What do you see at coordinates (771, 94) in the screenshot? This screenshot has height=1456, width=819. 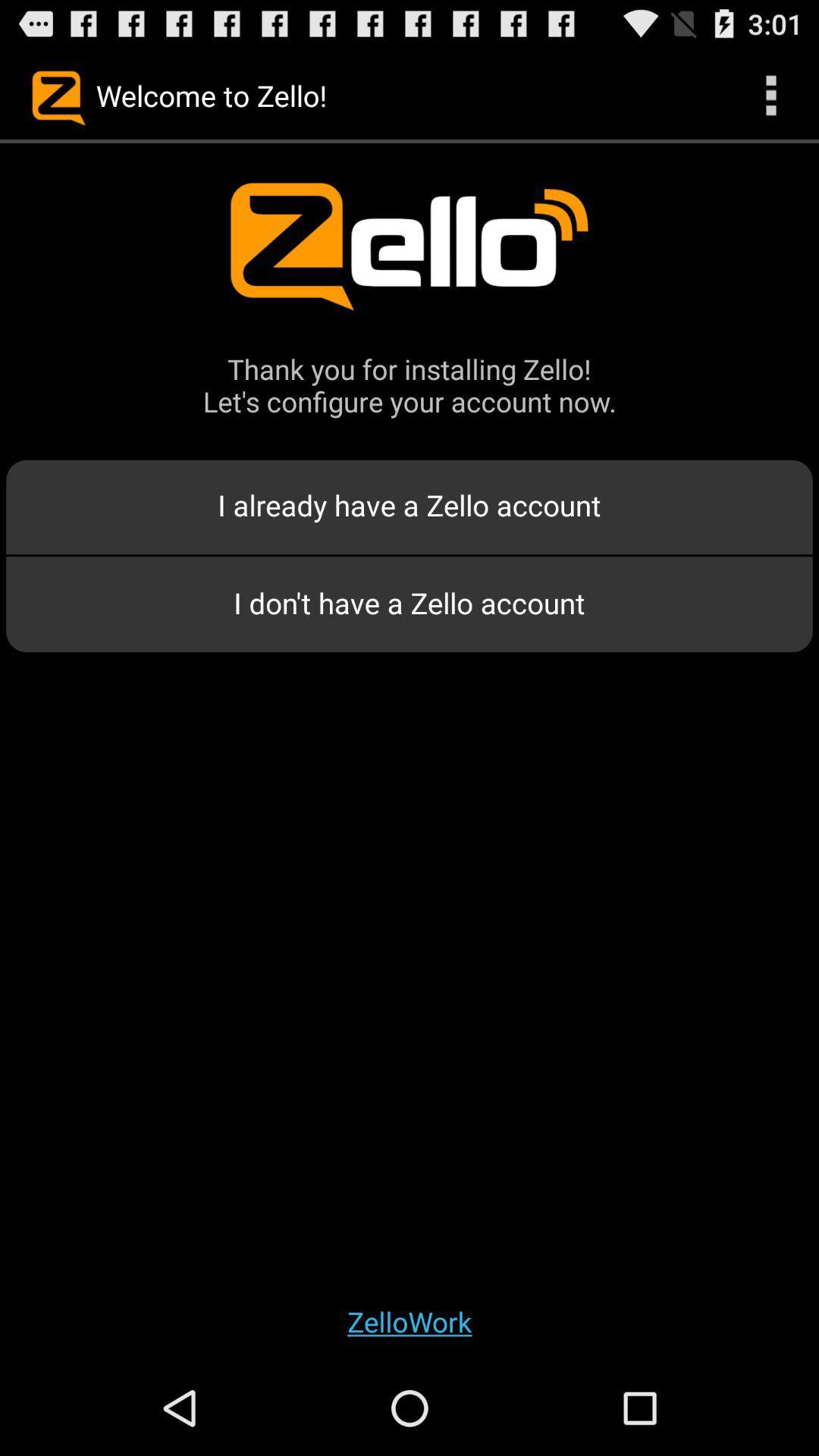 I see `the item at the top right corner` at bounding box center [771, 94].